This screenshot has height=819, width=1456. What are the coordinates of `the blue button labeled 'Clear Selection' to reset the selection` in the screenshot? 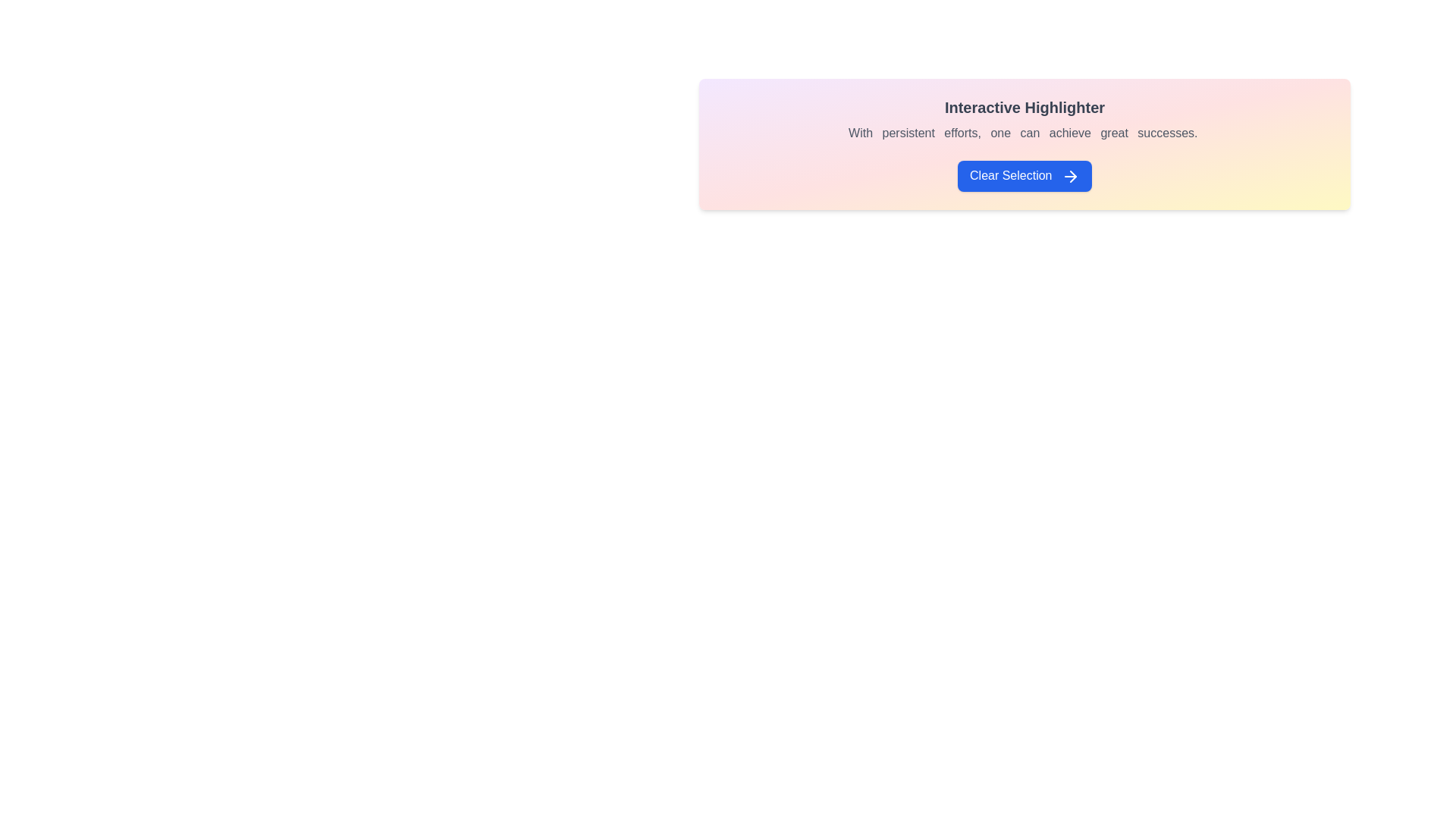 It's located at (1025, 175).